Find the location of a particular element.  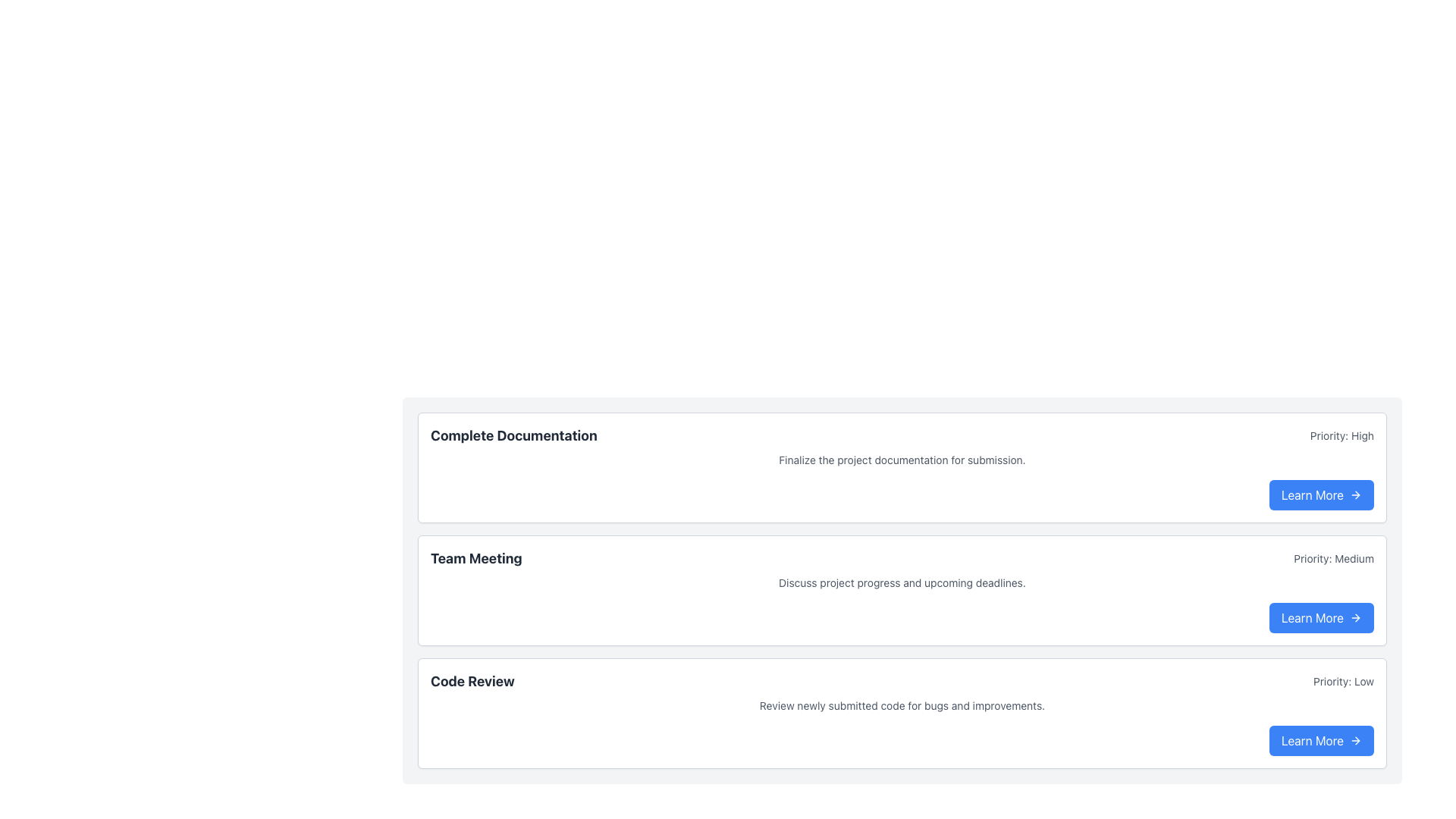

the arrow icon within the blue 'Learn More' button in the third row labeled 'Code Review.' is located at coordinates (1357, 739).